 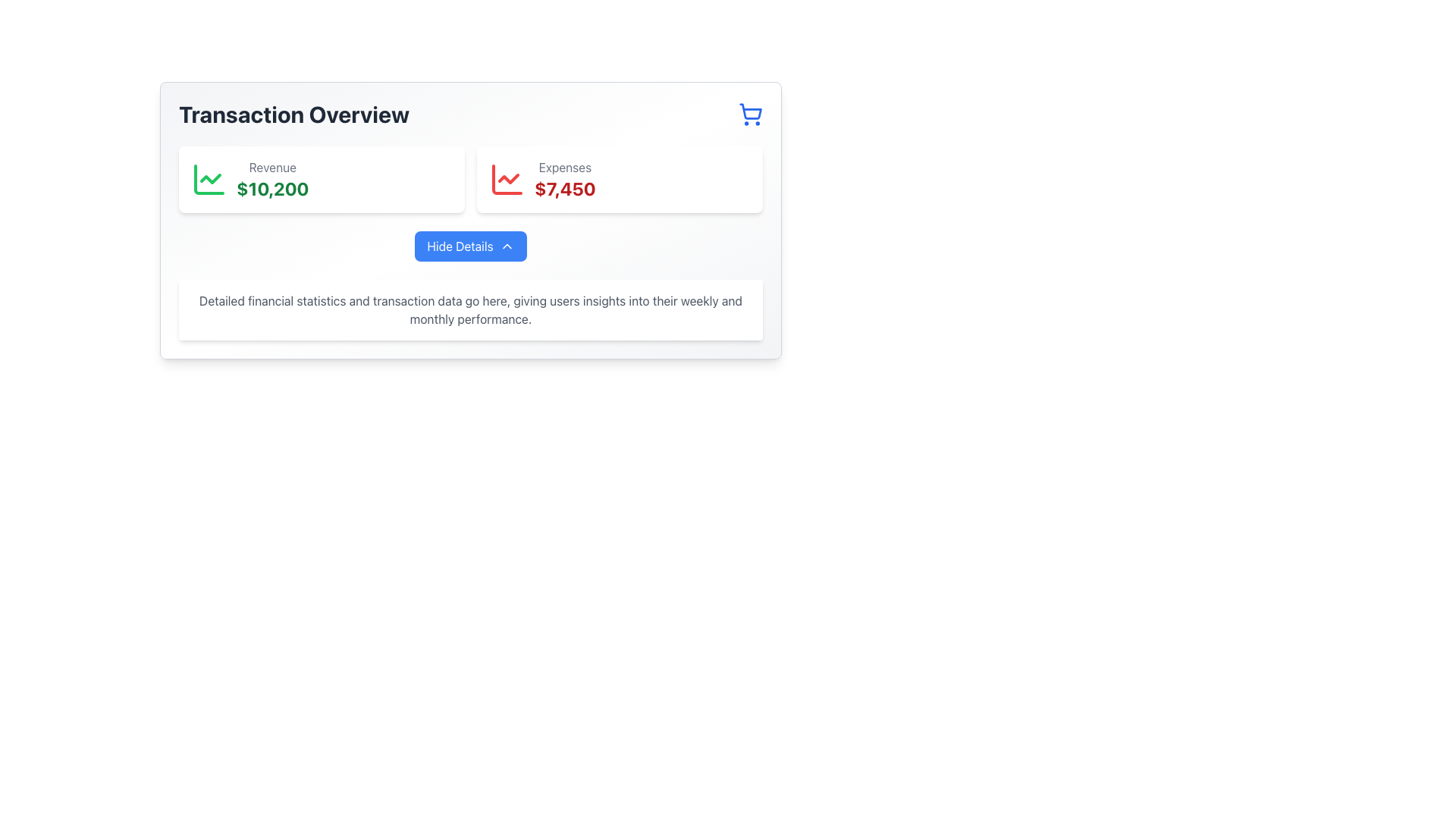 I want to click on the chevron-up icon of the 'Hide Details' button, which is located centrally below the financial statistics section and above the detailed financial information text, so click(x=507, y=245).